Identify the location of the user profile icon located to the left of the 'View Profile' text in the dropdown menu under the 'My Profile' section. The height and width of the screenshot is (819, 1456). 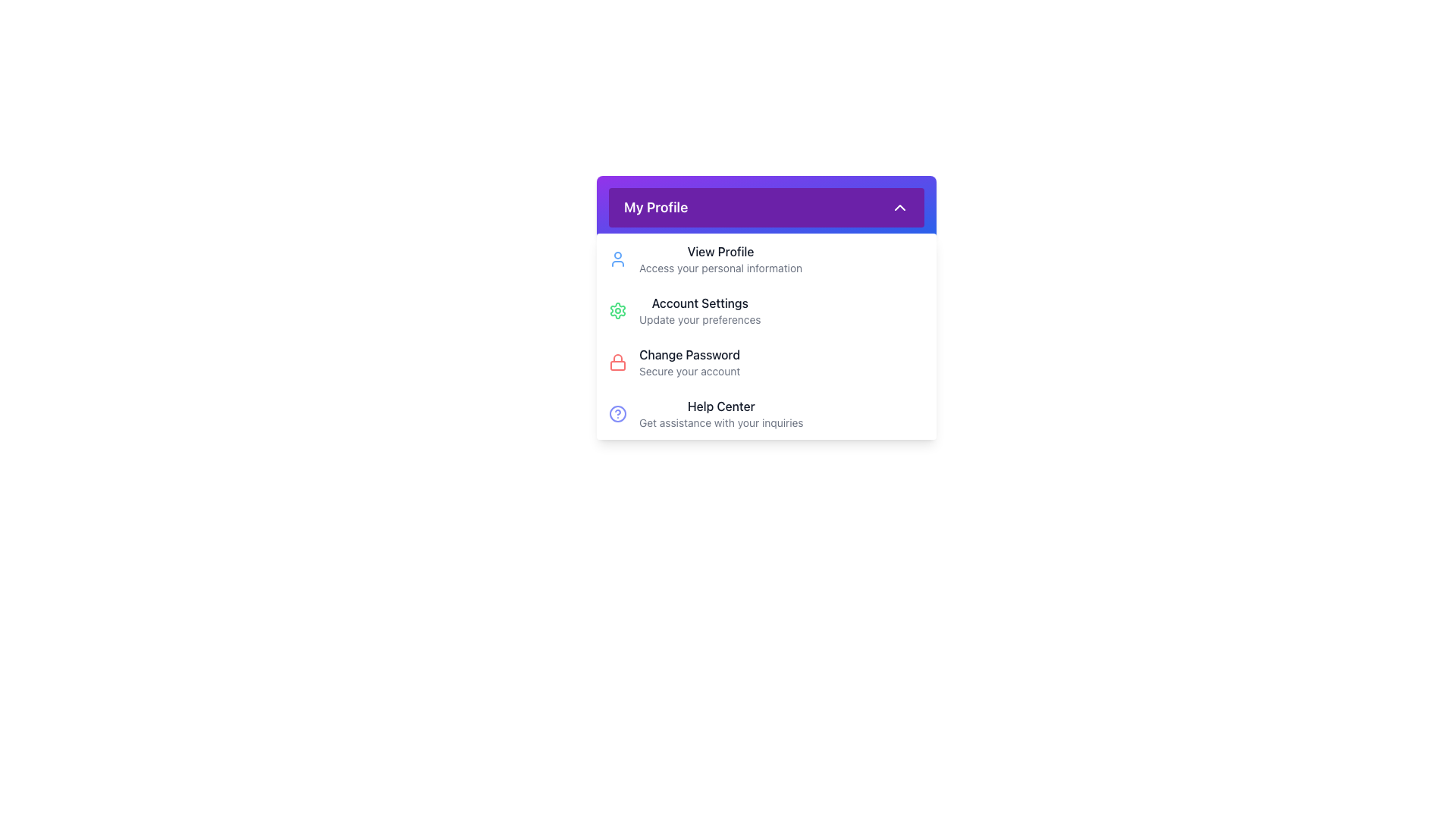
(618, 259).